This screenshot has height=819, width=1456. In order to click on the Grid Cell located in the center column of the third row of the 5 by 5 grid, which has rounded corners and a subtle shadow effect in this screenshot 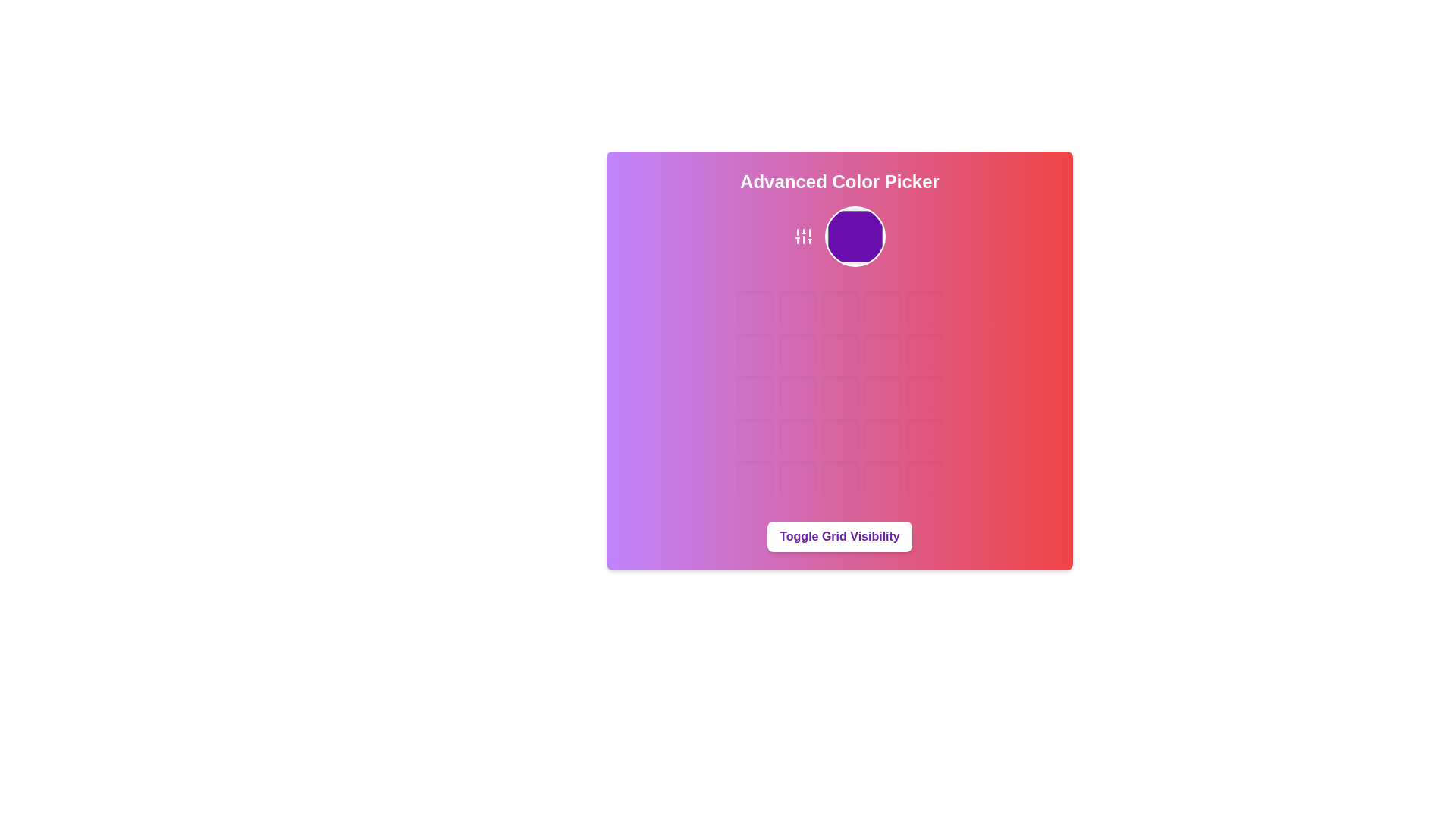, I will do `click(839, 394)`.